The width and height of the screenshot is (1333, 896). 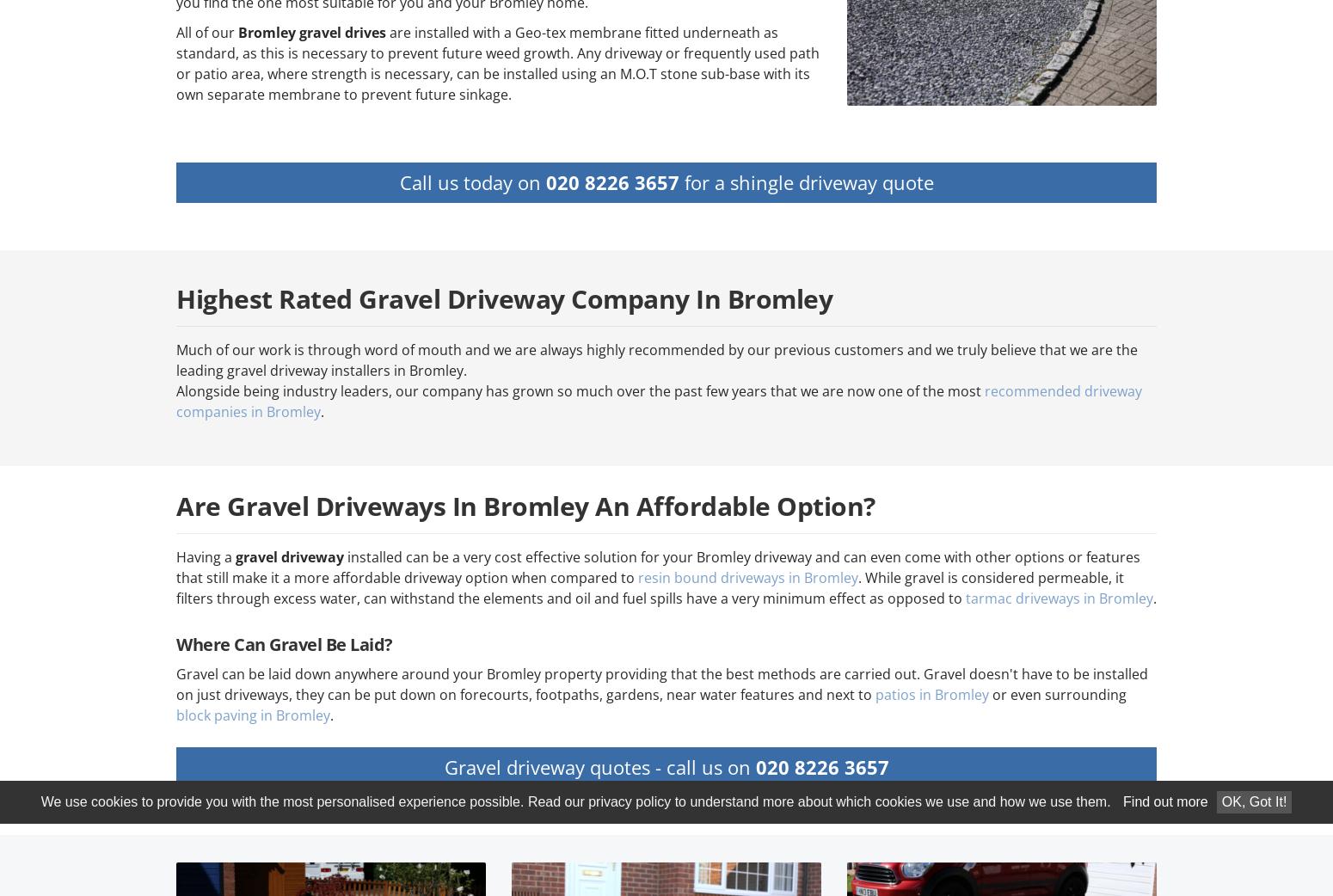 What do you see at coordinates (659, 402) in the screenshot?
I see `'recommended driveway companies in Bromley'` at bounding box center [659, 402].